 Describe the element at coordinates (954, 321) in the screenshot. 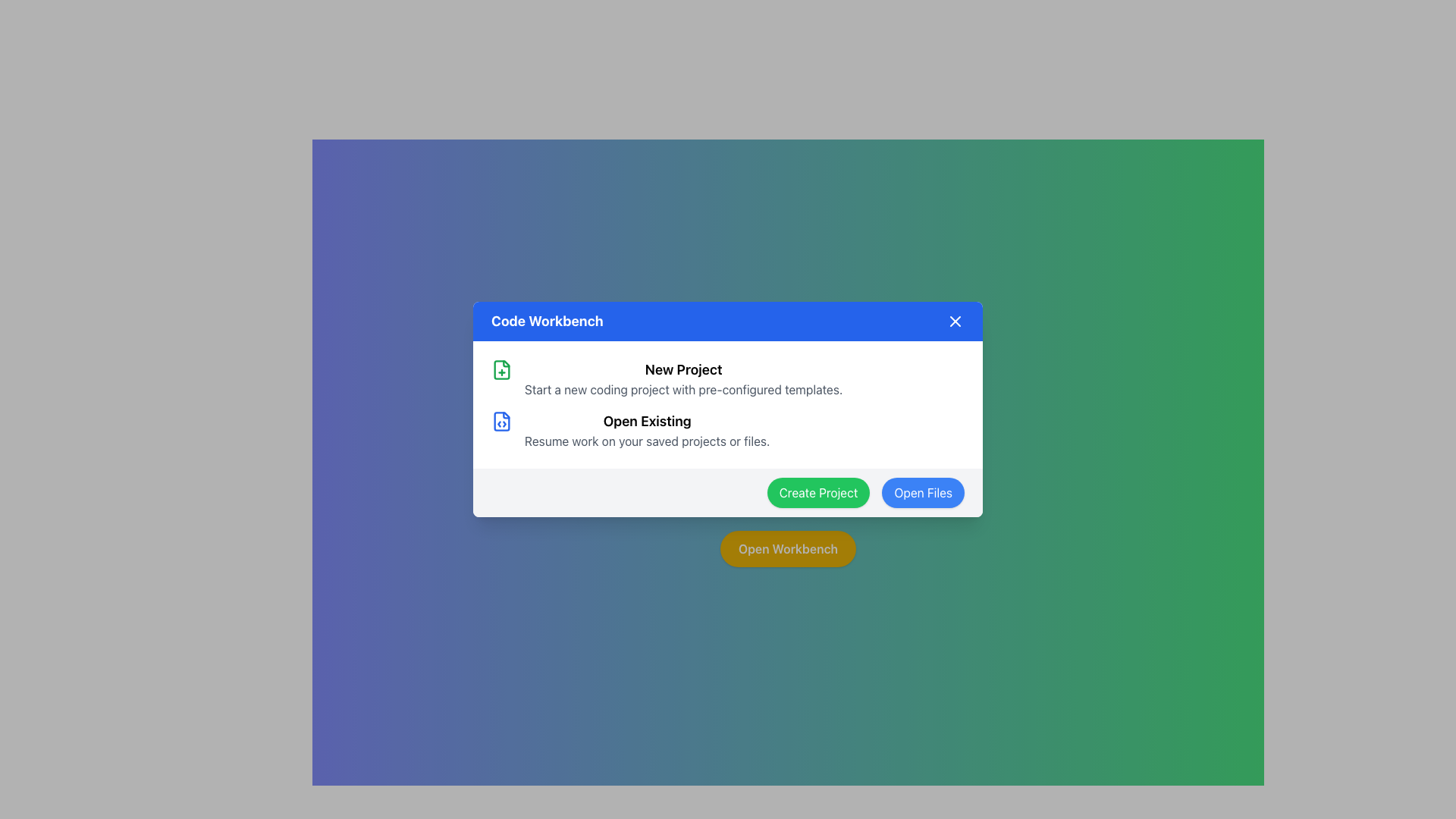

I see `the close button (X icon) located in the top-right corner of the 'Code Workbench' modal` at that location.